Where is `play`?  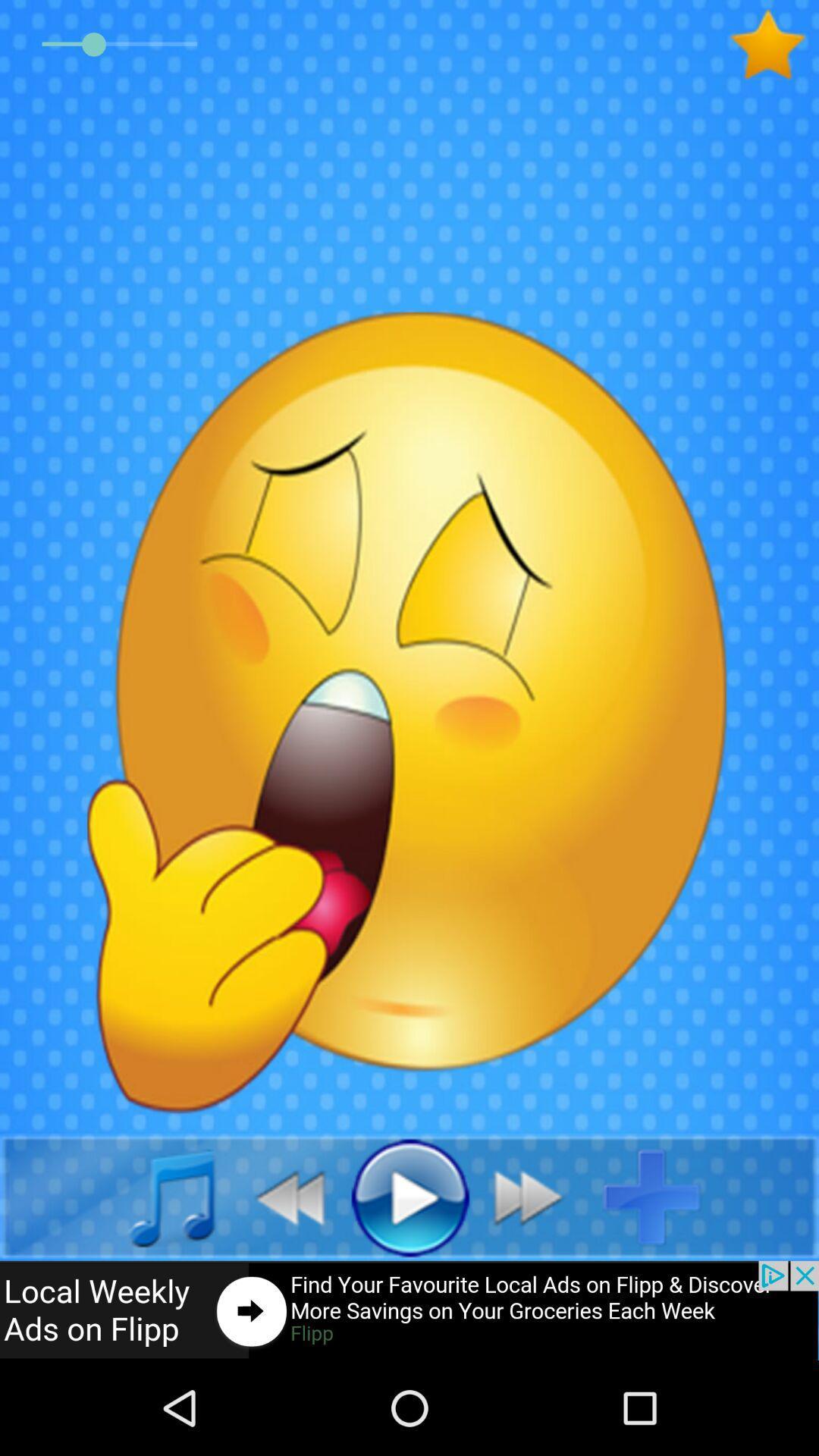 play is located at coordinates (409, 1196).